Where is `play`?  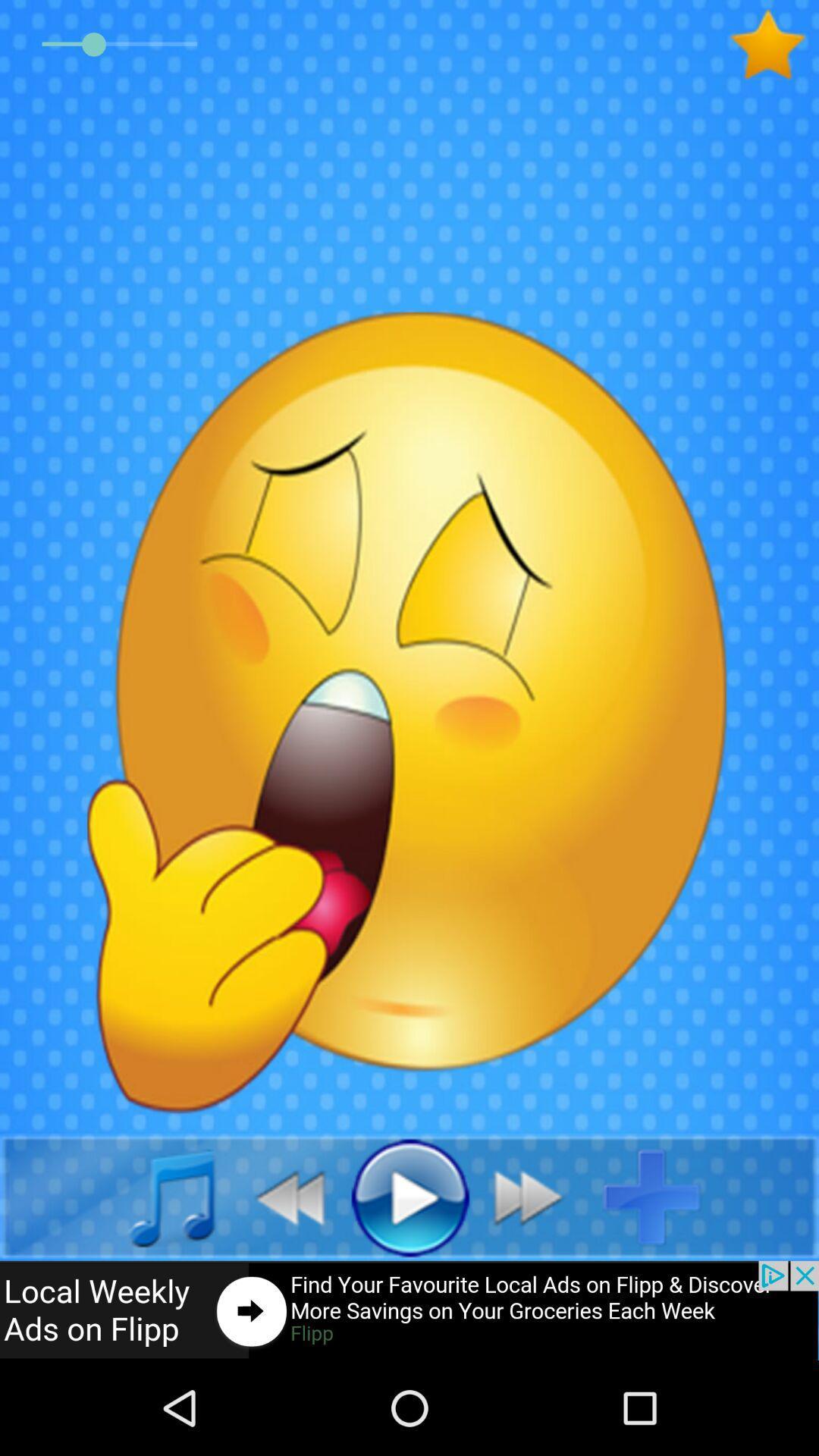 play is located at coordinates (409, 1196).